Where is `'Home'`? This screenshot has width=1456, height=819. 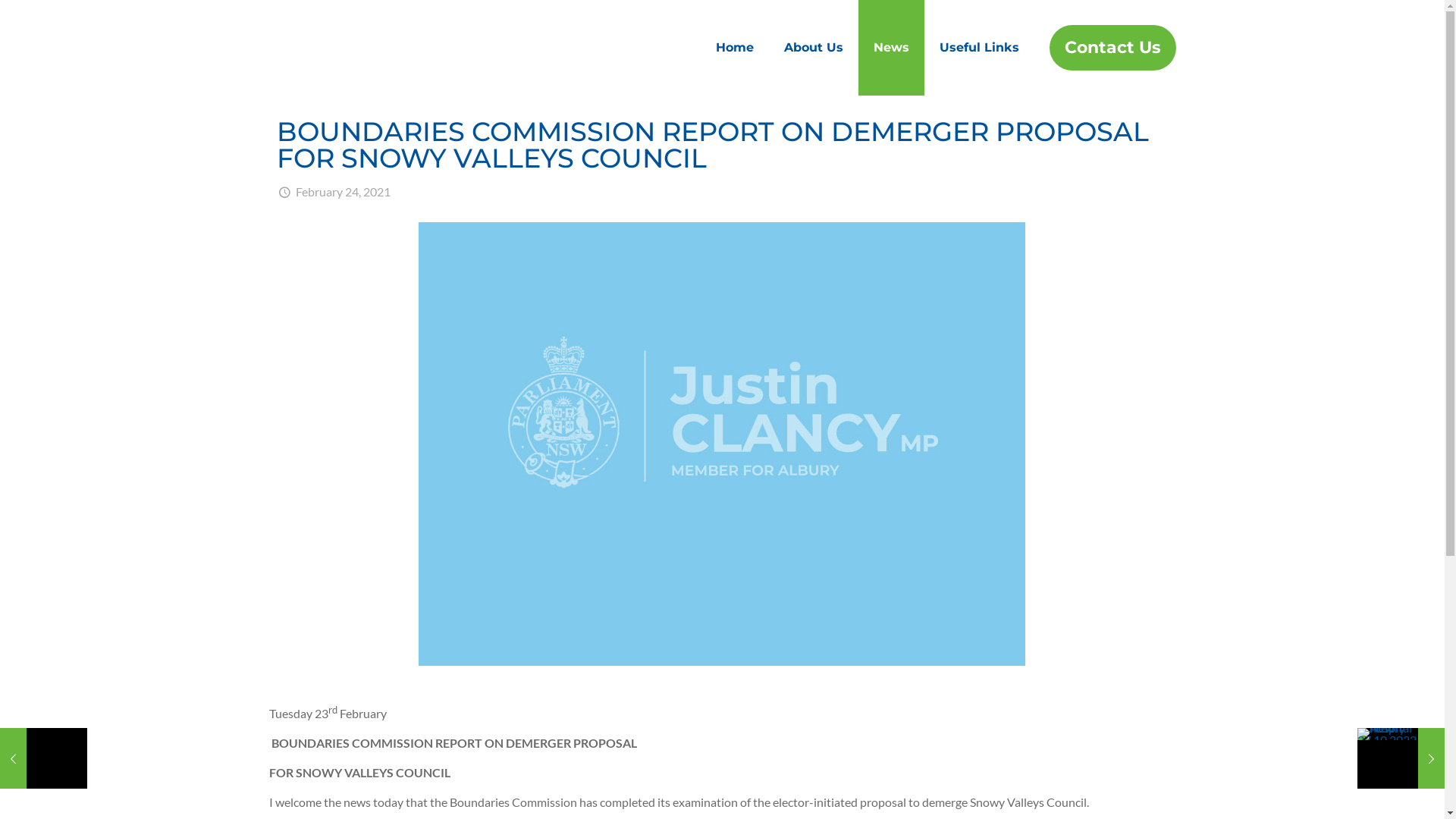
'Home' is located at coordinates (700, 46).